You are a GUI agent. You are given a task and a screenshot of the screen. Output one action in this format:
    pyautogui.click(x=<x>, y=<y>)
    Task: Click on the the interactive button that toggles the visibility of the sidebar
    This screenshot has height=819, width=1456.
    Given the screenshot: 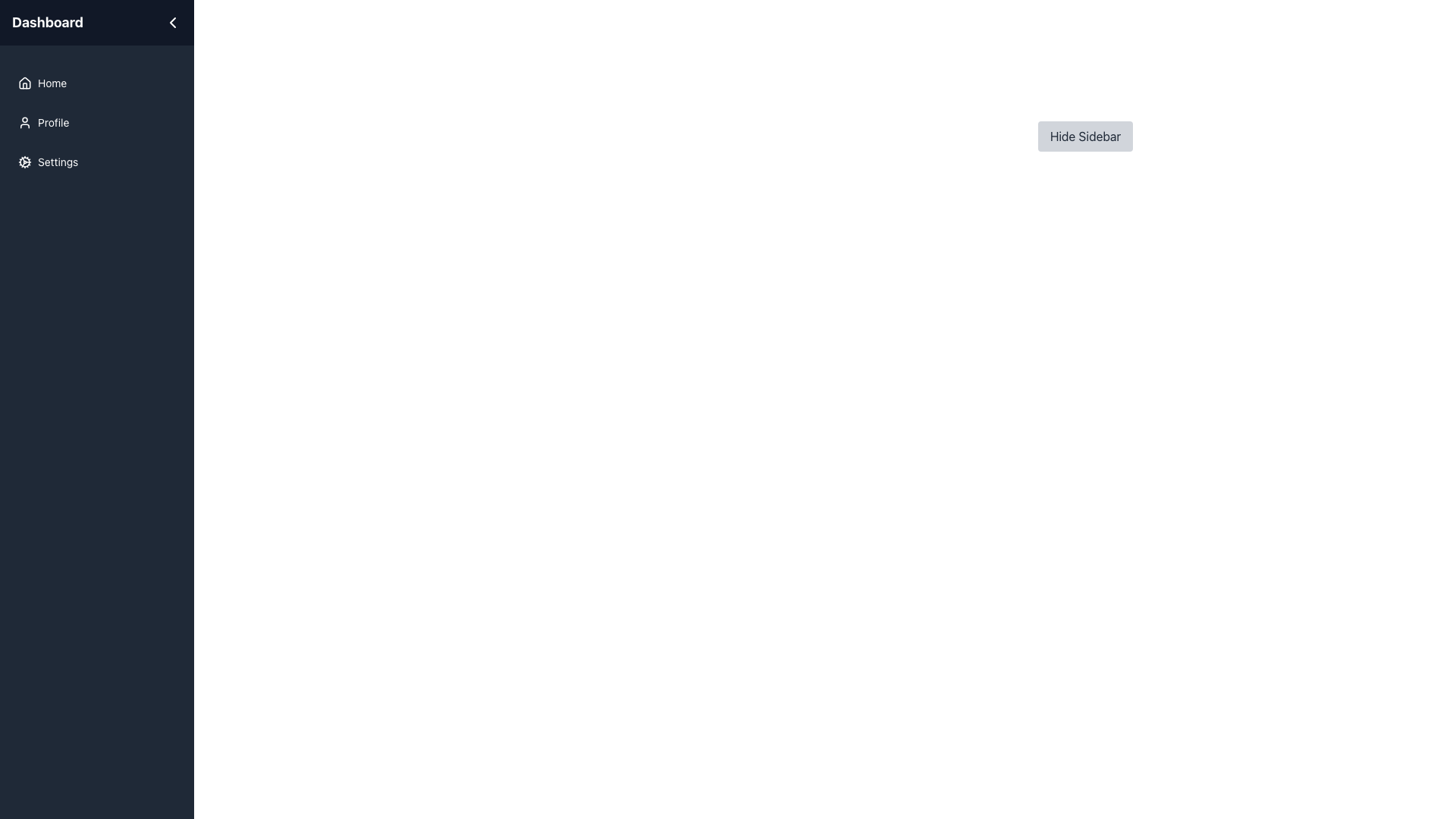 What is the action you would take?
    pyautogui.click(x=1084, y=136)
    